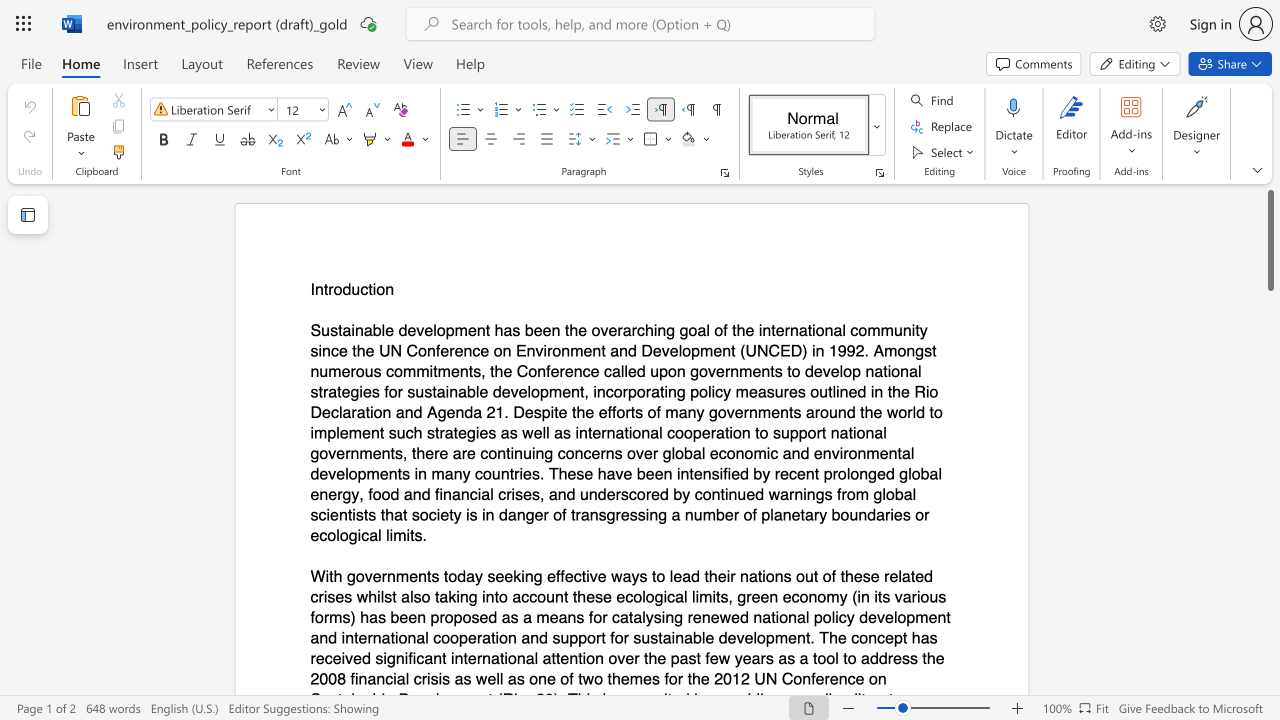 The image size is (1280, 720). Describe the element at coordinates (1269, 618) in the screenshot. I see `the scrollbar on the side` at that location.